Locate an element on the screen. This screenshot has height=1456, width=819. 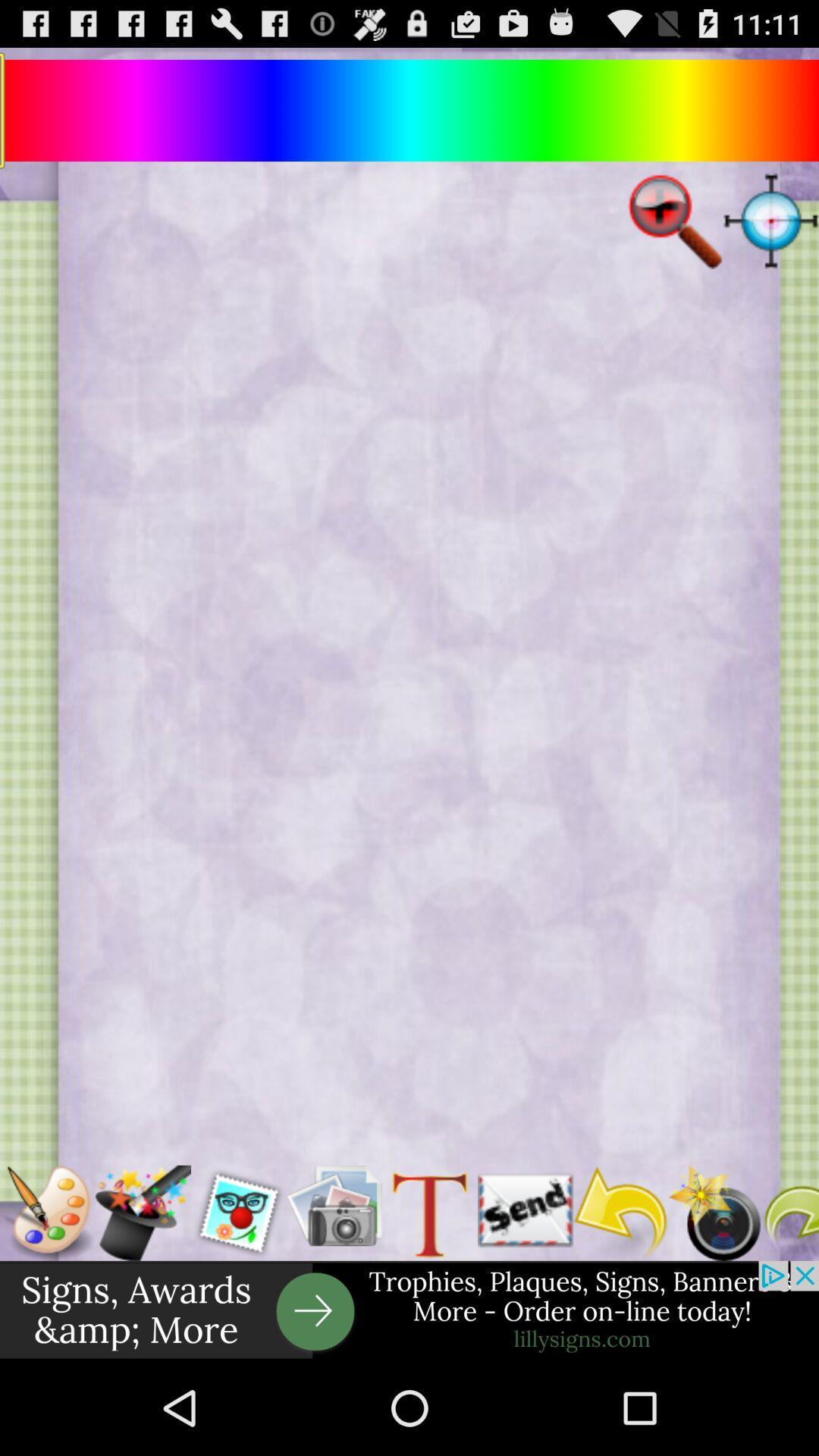
the zoom_out icon is located at coordinates (675, 236).